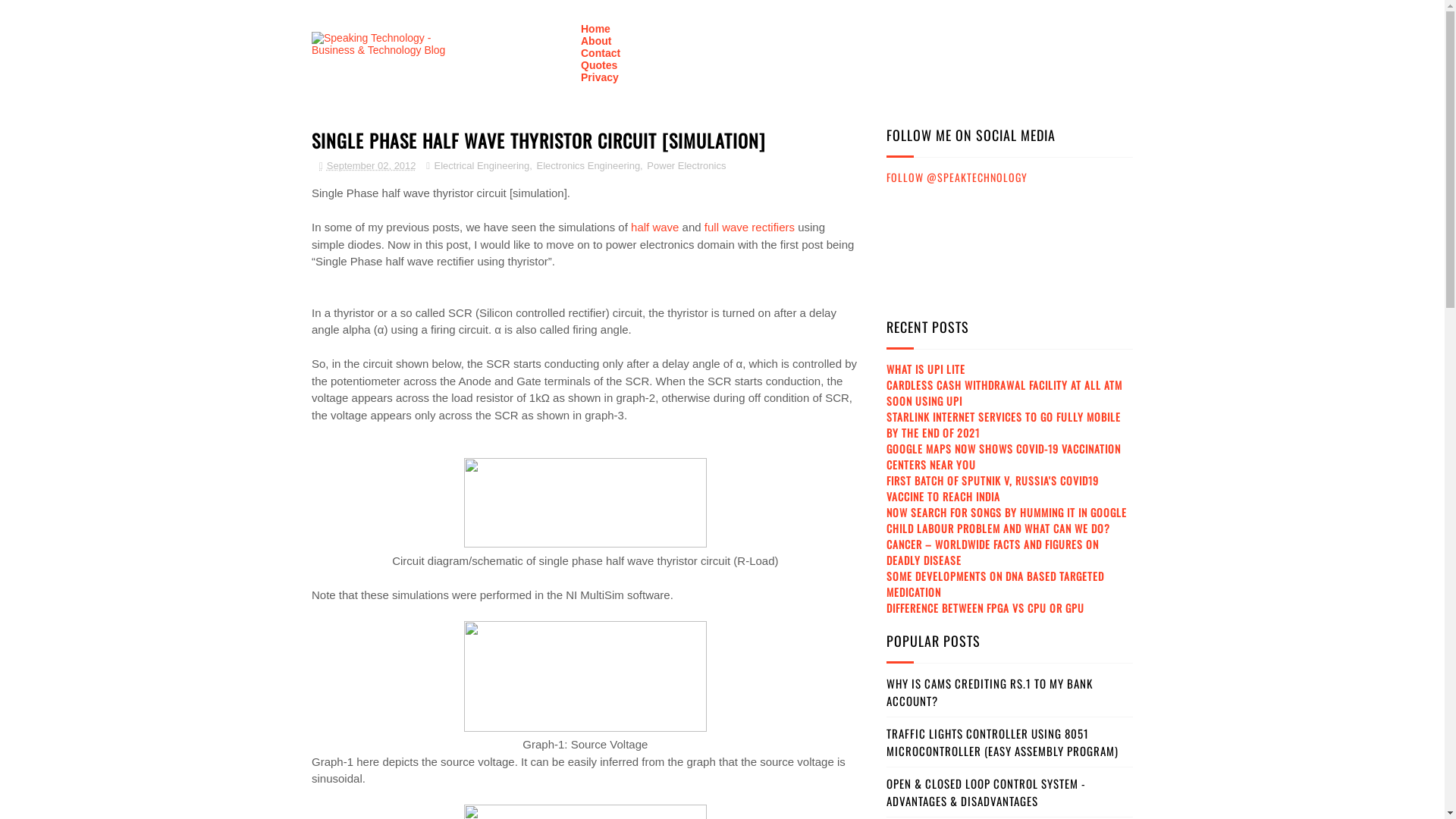 The height and width of the screenshot is (819, 1456). I want to click on 'WHY IS CAMS CREDITING RS.1 TO MY BANK ACCOUNT?', so click(990, 692).